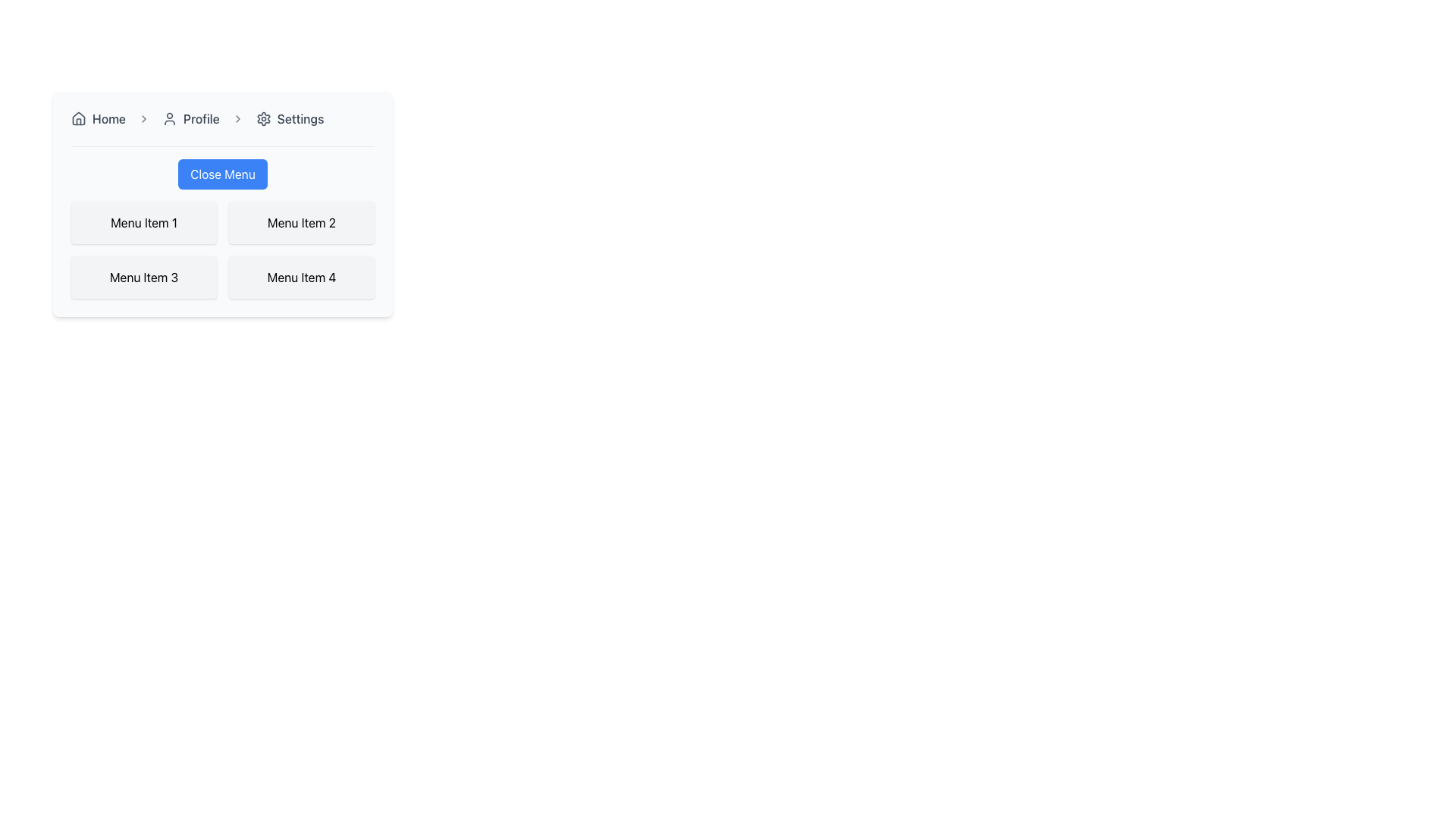 The image size is (1456, 819). Describe the element at coordinates (237, 118) in the screenshot. I see `the third chevron icon in the breadcrumb navigation bar, which indicates progression between 'Profile' and 'Settings'` at that location.